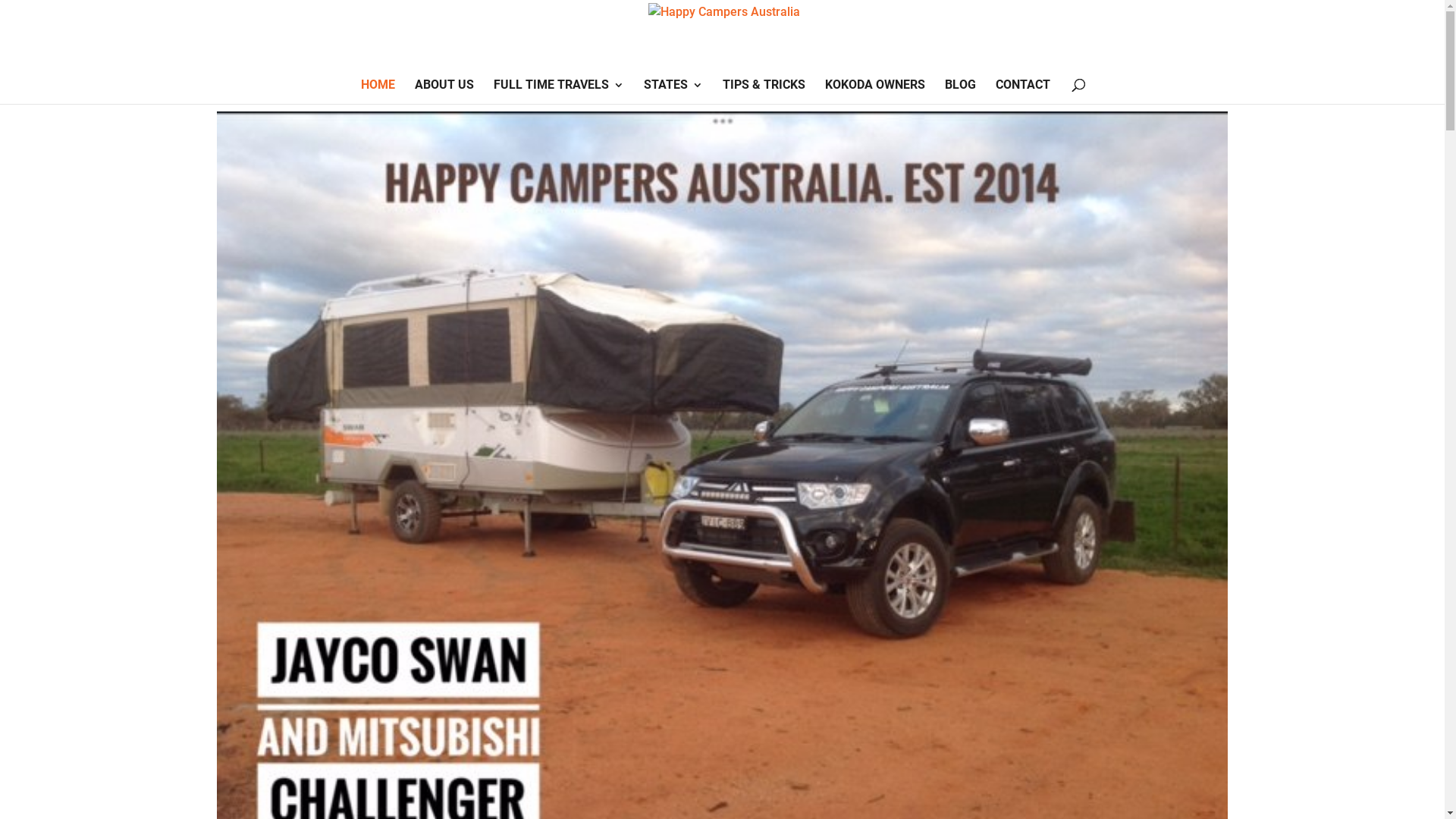 Image resolution: width=1456 pixels, height=819 pixels. I want to click on 'KOKODA OWNERS', so click(874, 91).